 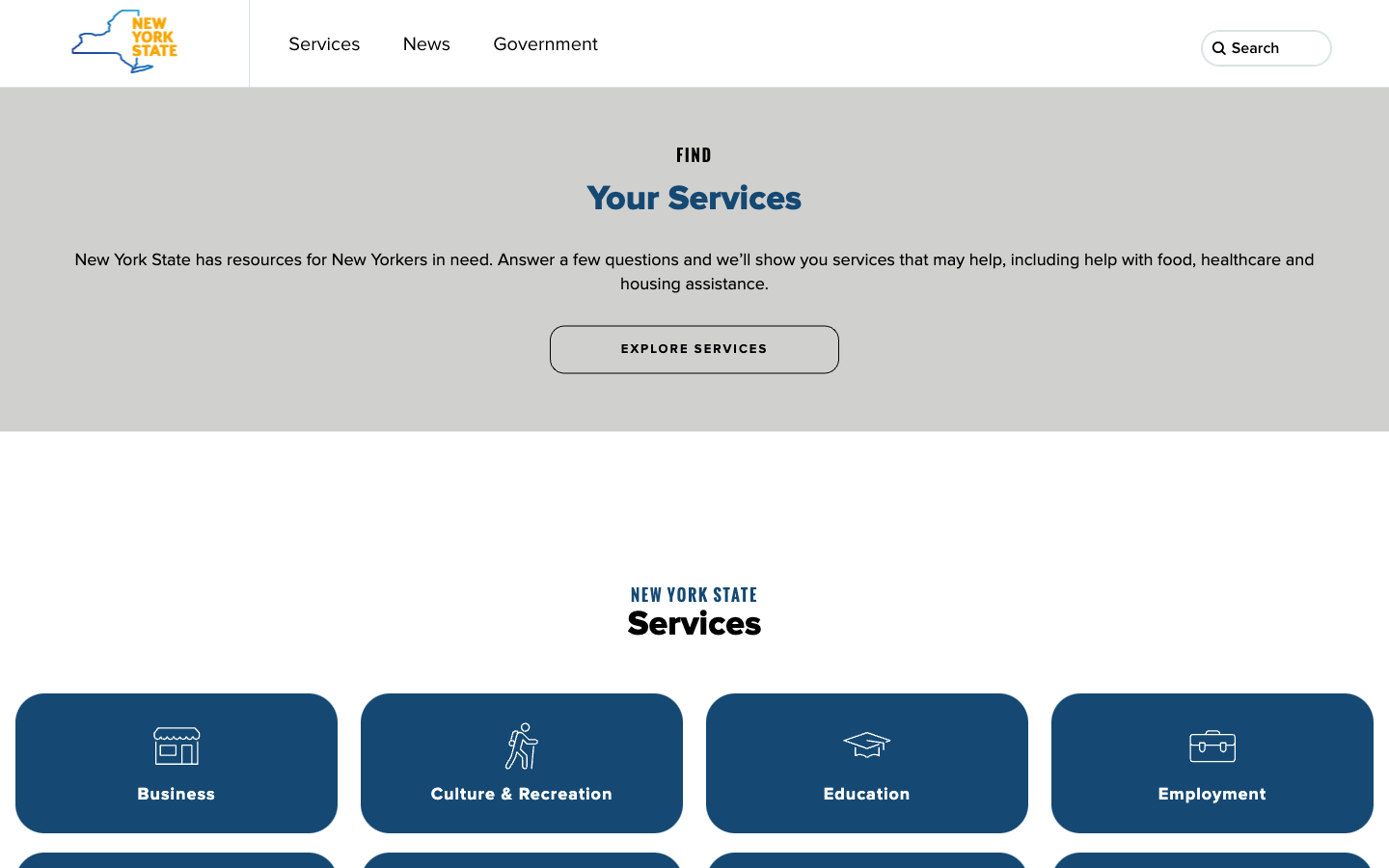 What do you see at coordinates (694, 348) in the screenshot?
I see `Discover additional services by selecting the "Explore Services" option` at bounding box center [694, 348].